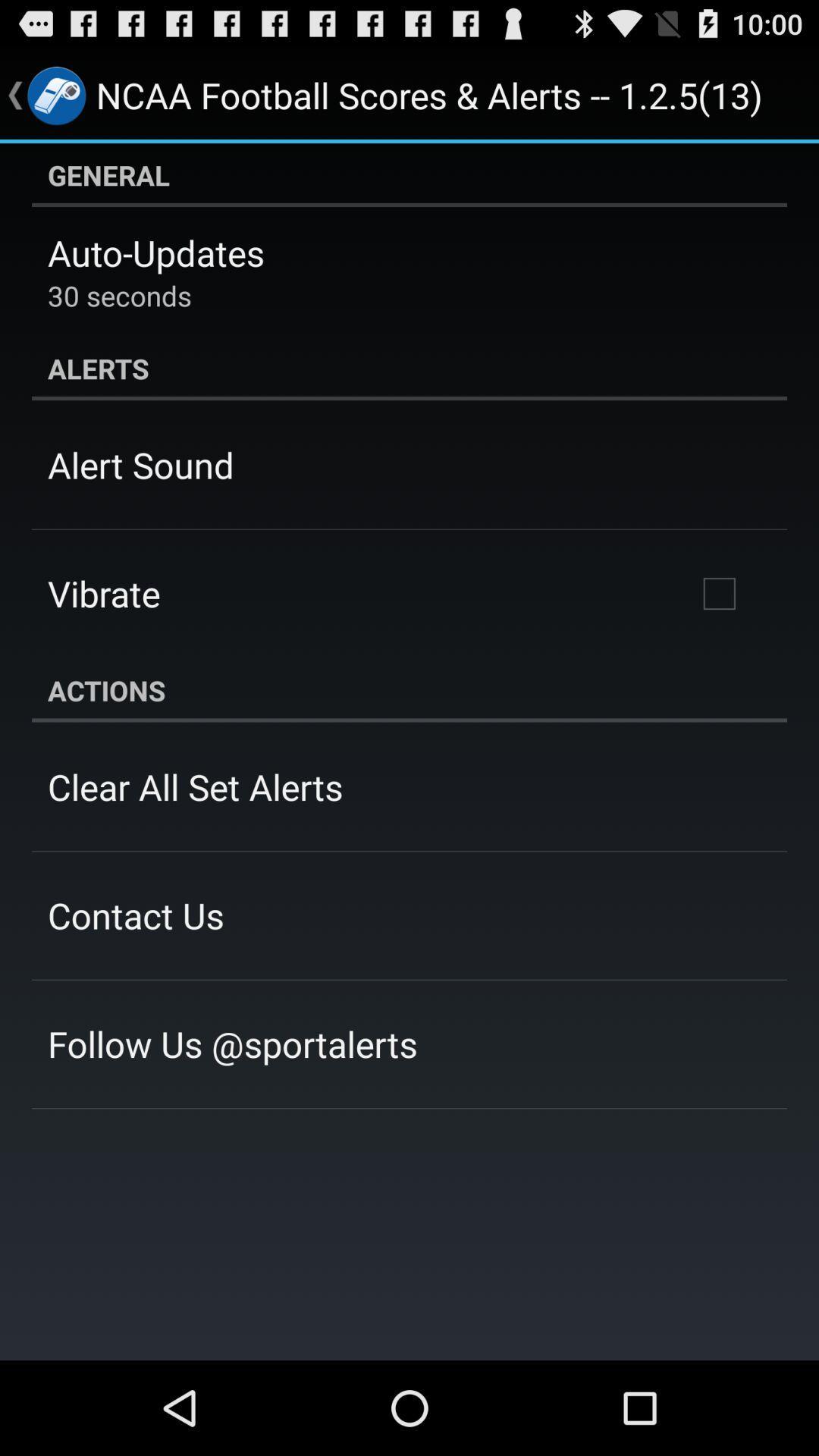 This screenshot has height=1456, width=819. I want to click on the follow us @sportalerts icon, so click(232, 1043).